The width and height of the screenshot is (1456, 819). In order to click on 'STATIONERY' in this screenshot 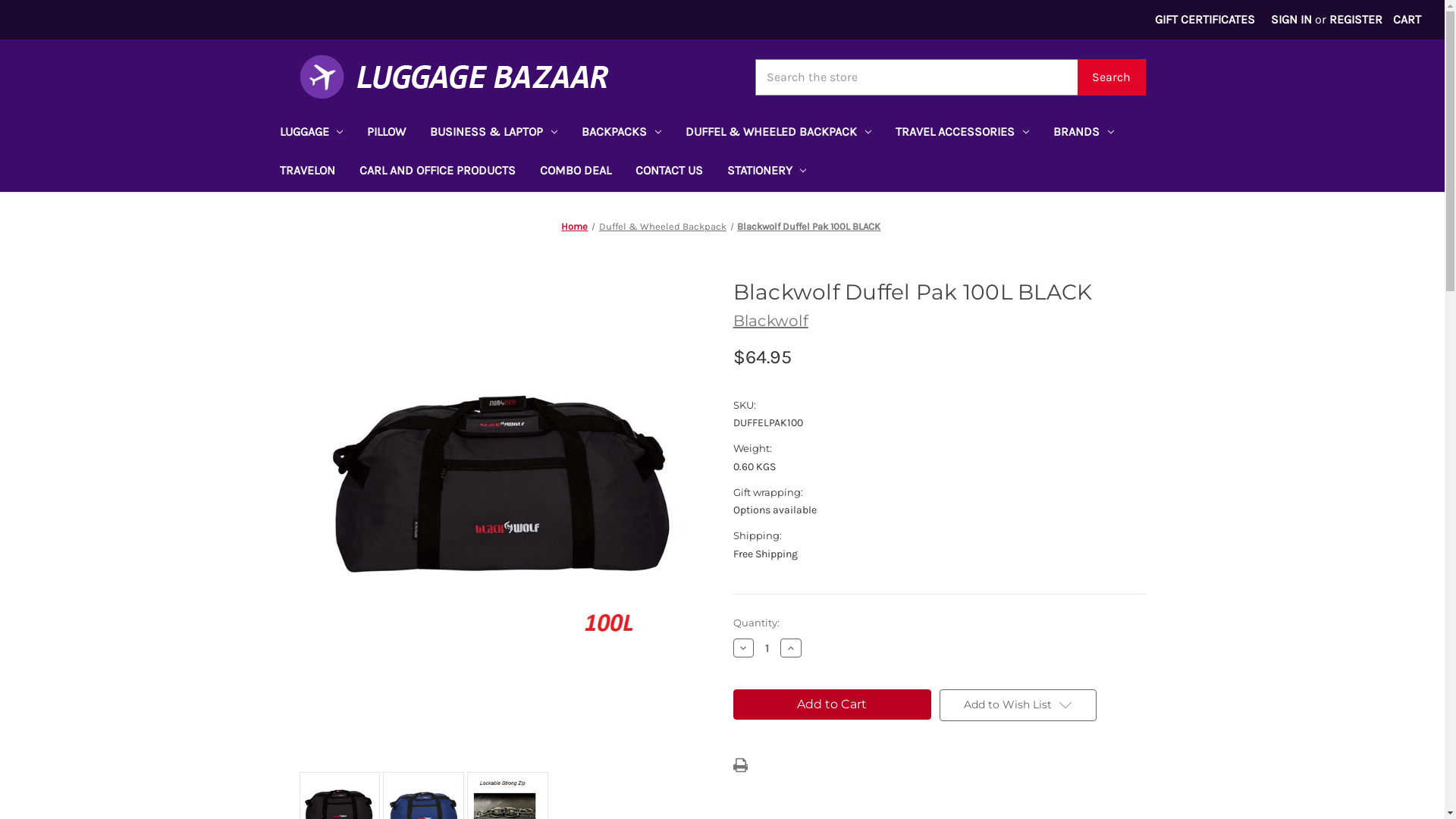, I will do `click(766, 171)`.